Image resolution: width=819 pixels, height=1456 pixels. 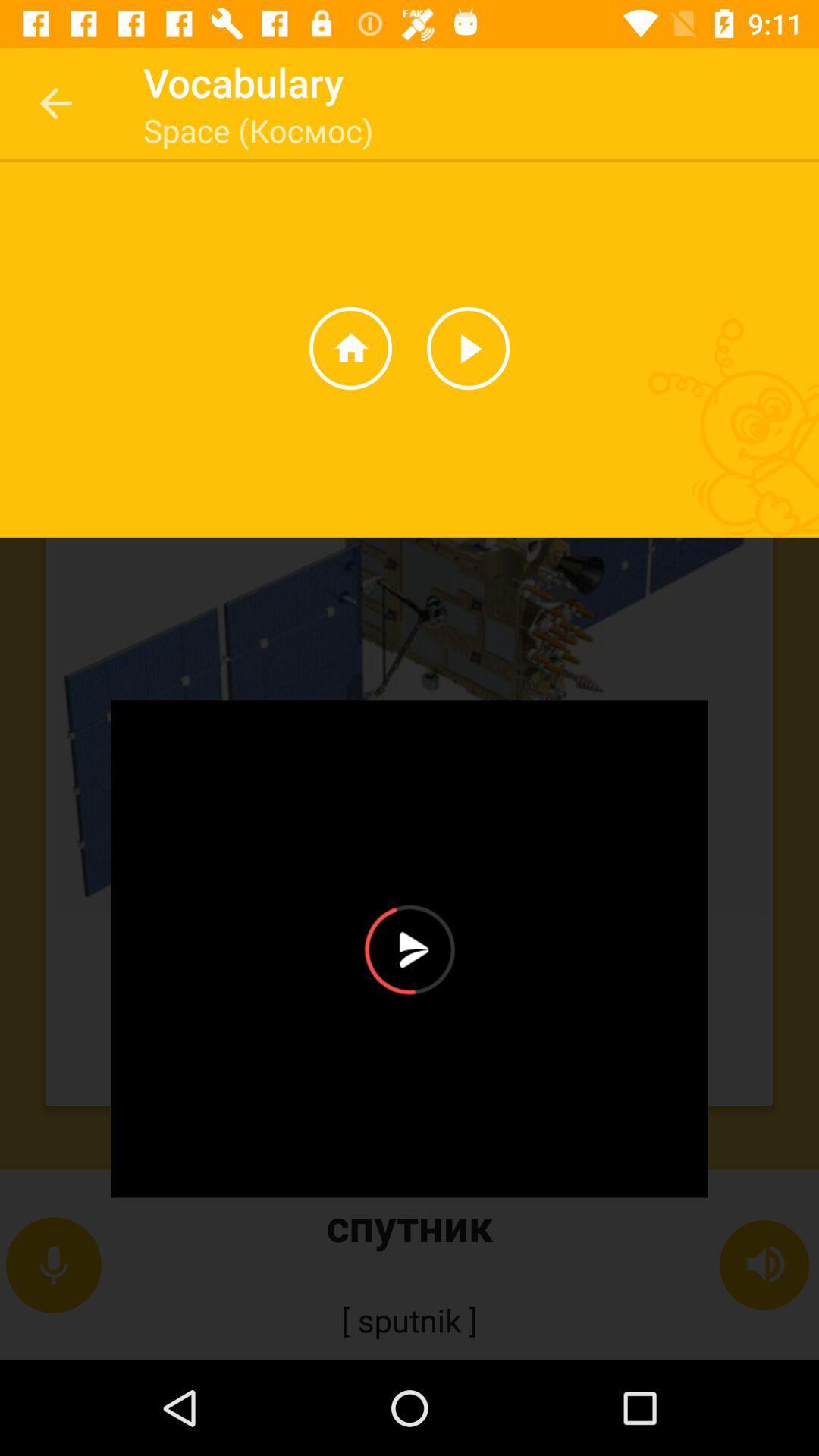 I want to click on the microphone icon, so click(x=52, y=1265).